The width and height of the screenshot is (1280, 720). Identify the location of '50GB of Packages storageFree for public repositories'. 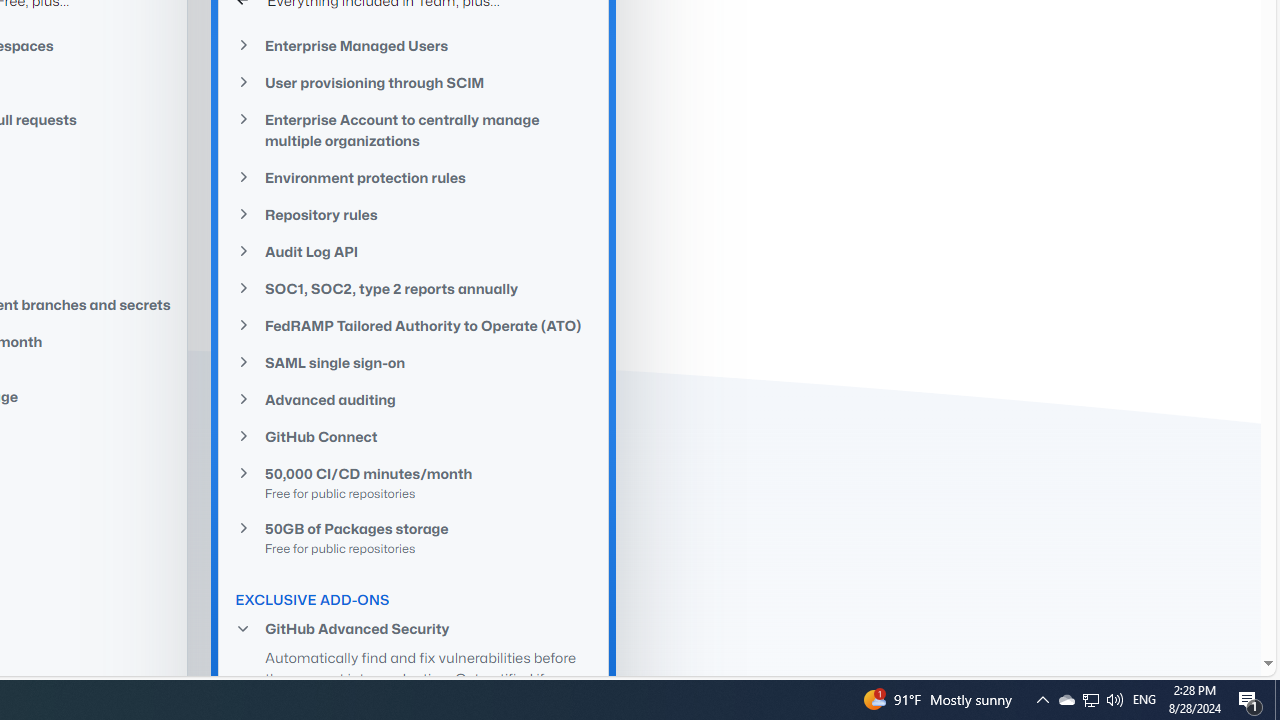
(413, 536).